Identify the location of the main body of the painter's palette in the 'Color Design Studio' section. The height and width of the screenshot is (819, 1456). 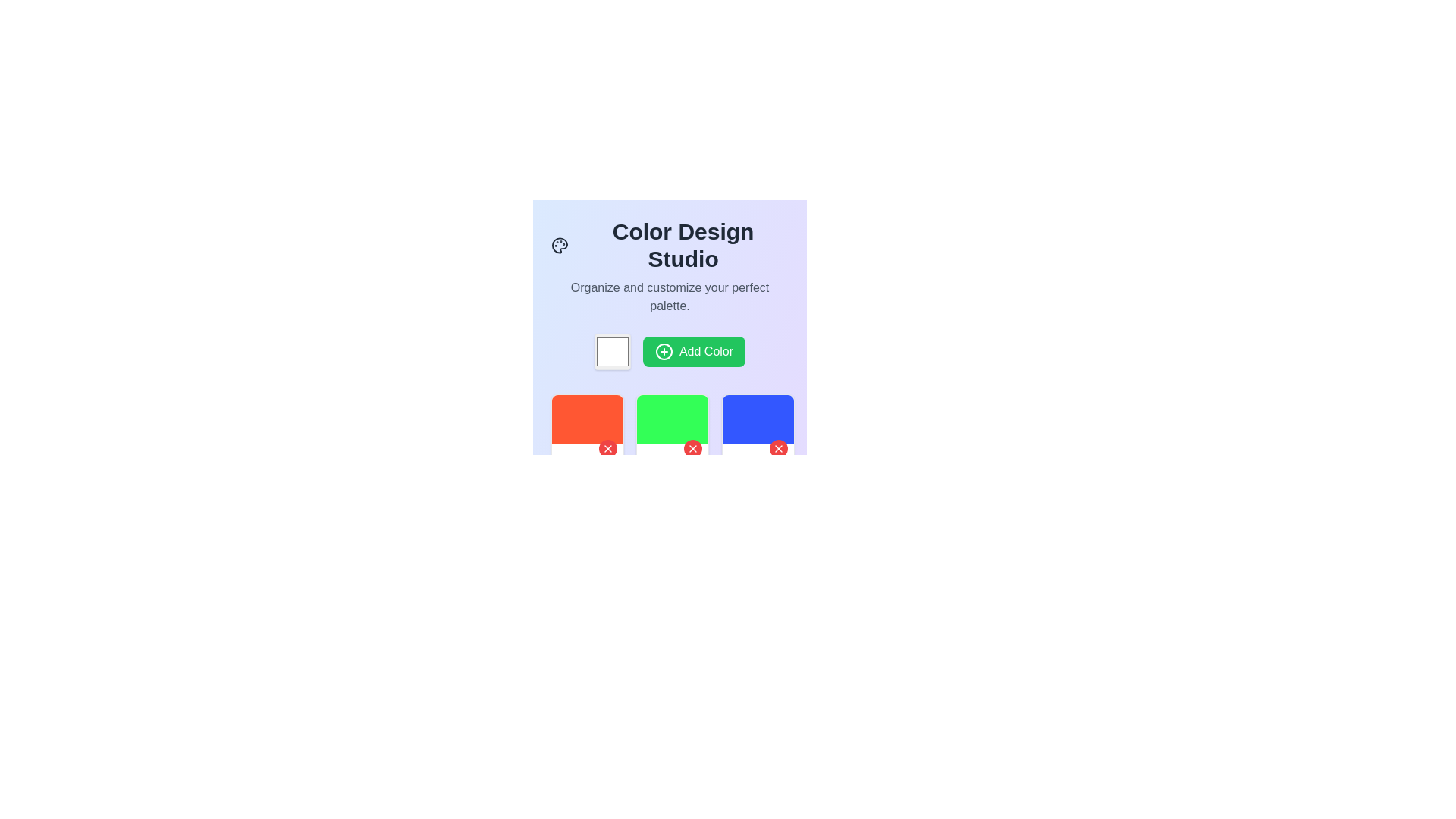
(559, 245).